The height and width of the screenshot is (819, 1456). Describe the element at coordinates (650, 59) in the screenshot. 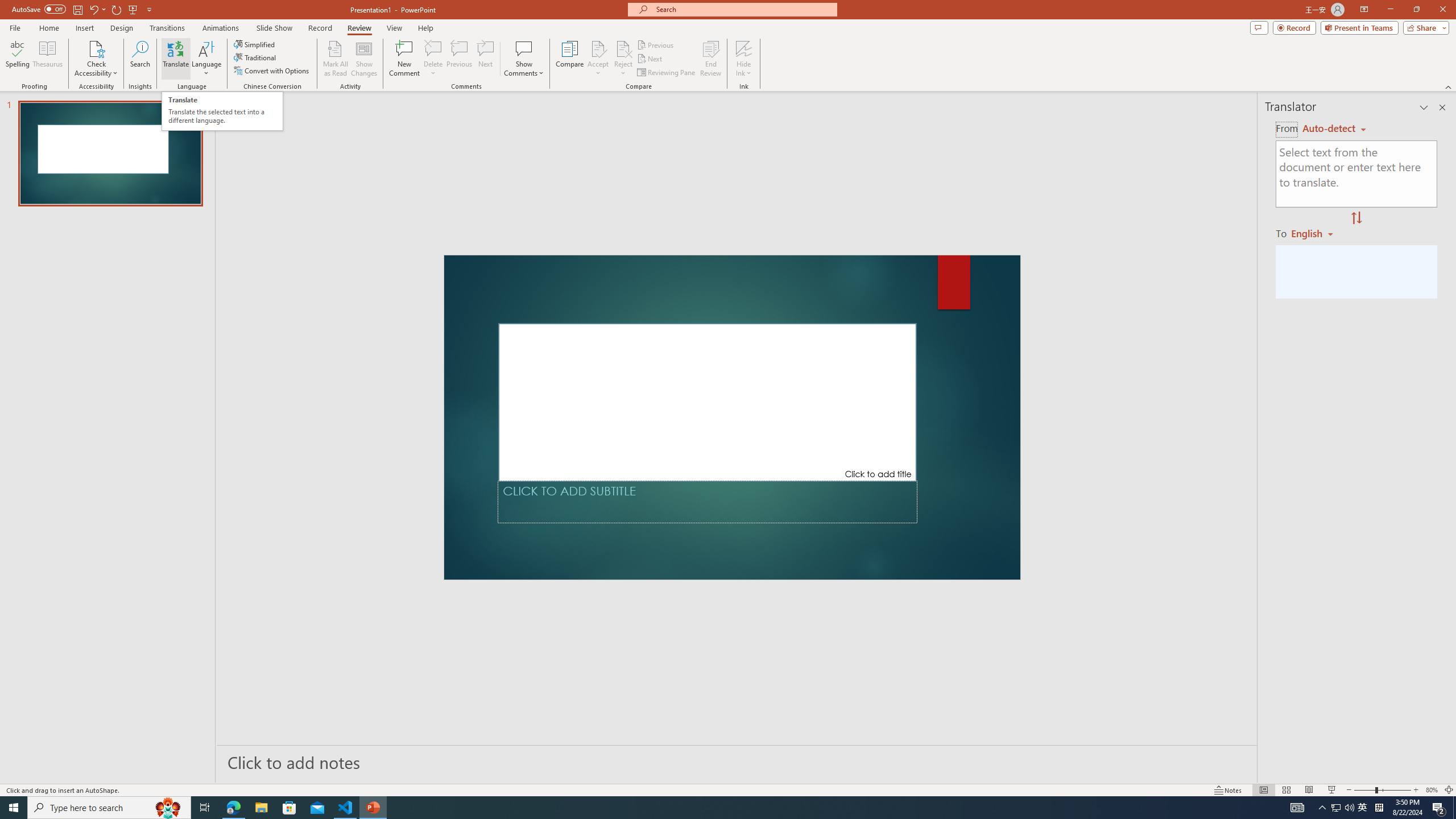

I see `'Next'` at that location.